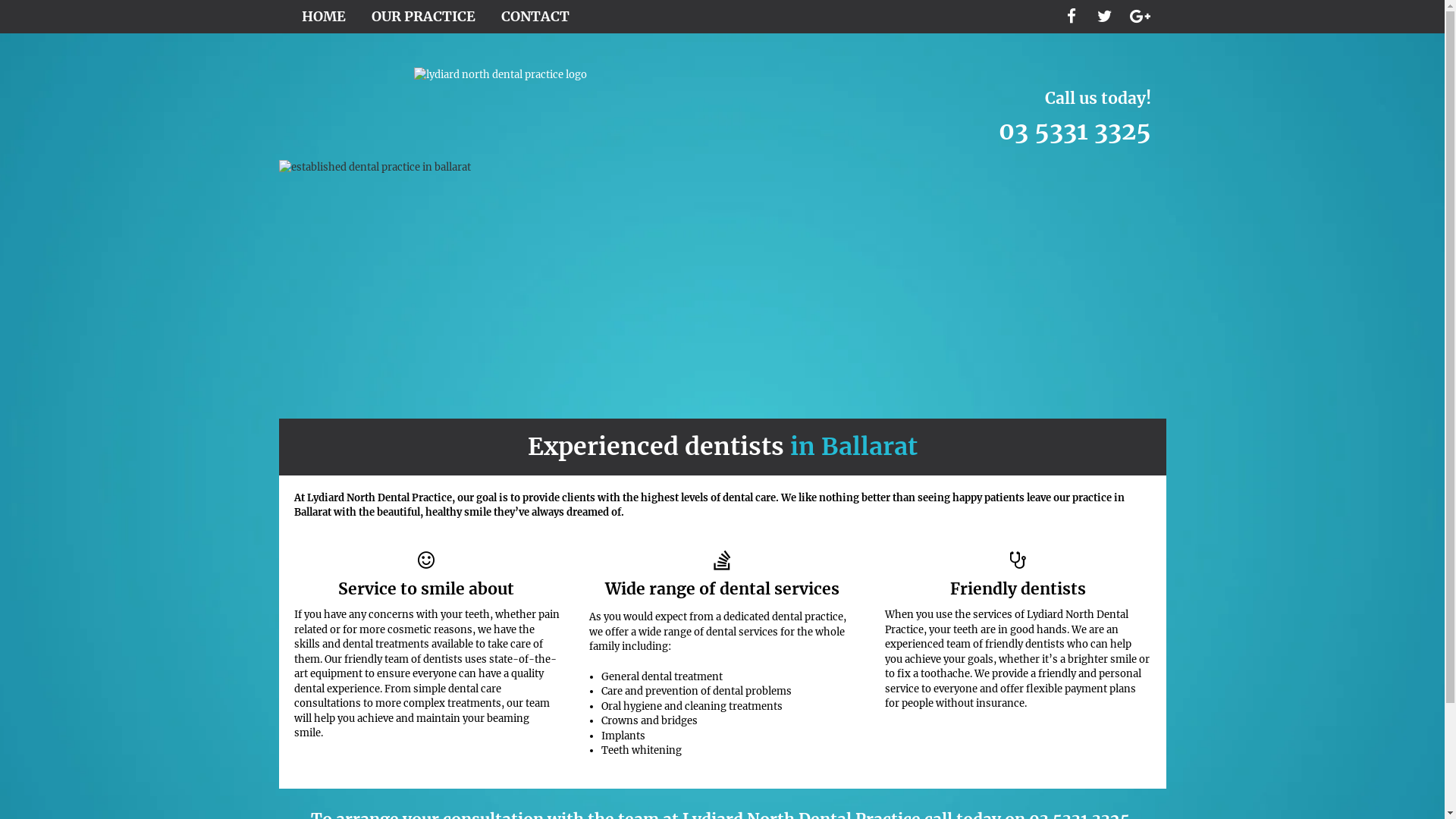 The width and height of the screenshot is (1456, 819). Describe the element at coordinates (997, 149) in the screenshot. I see `'03 5331 3325'` at that location.